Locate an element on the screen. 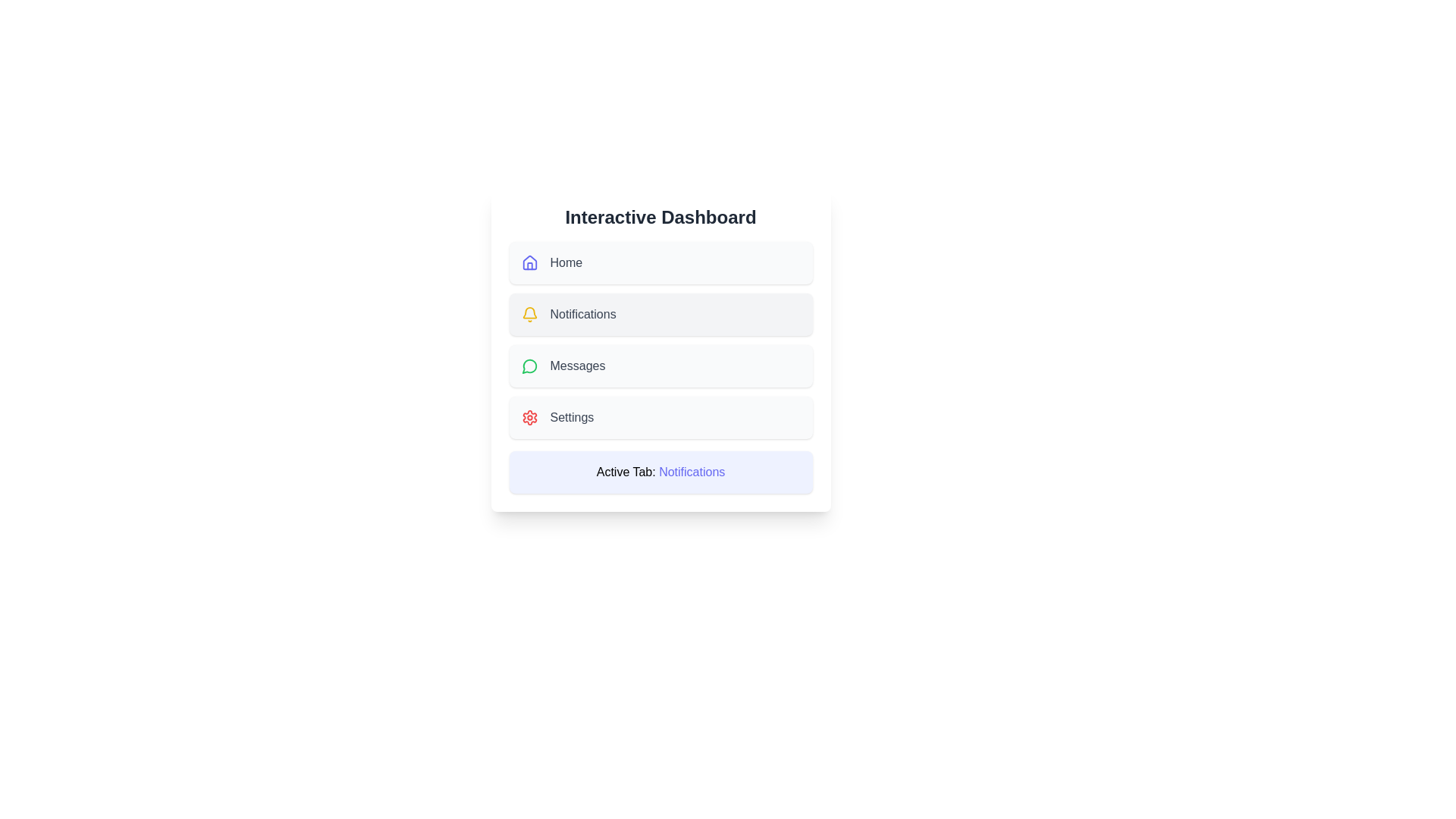  the button corresponding to Home to select it is located at coordinates (661, 262).